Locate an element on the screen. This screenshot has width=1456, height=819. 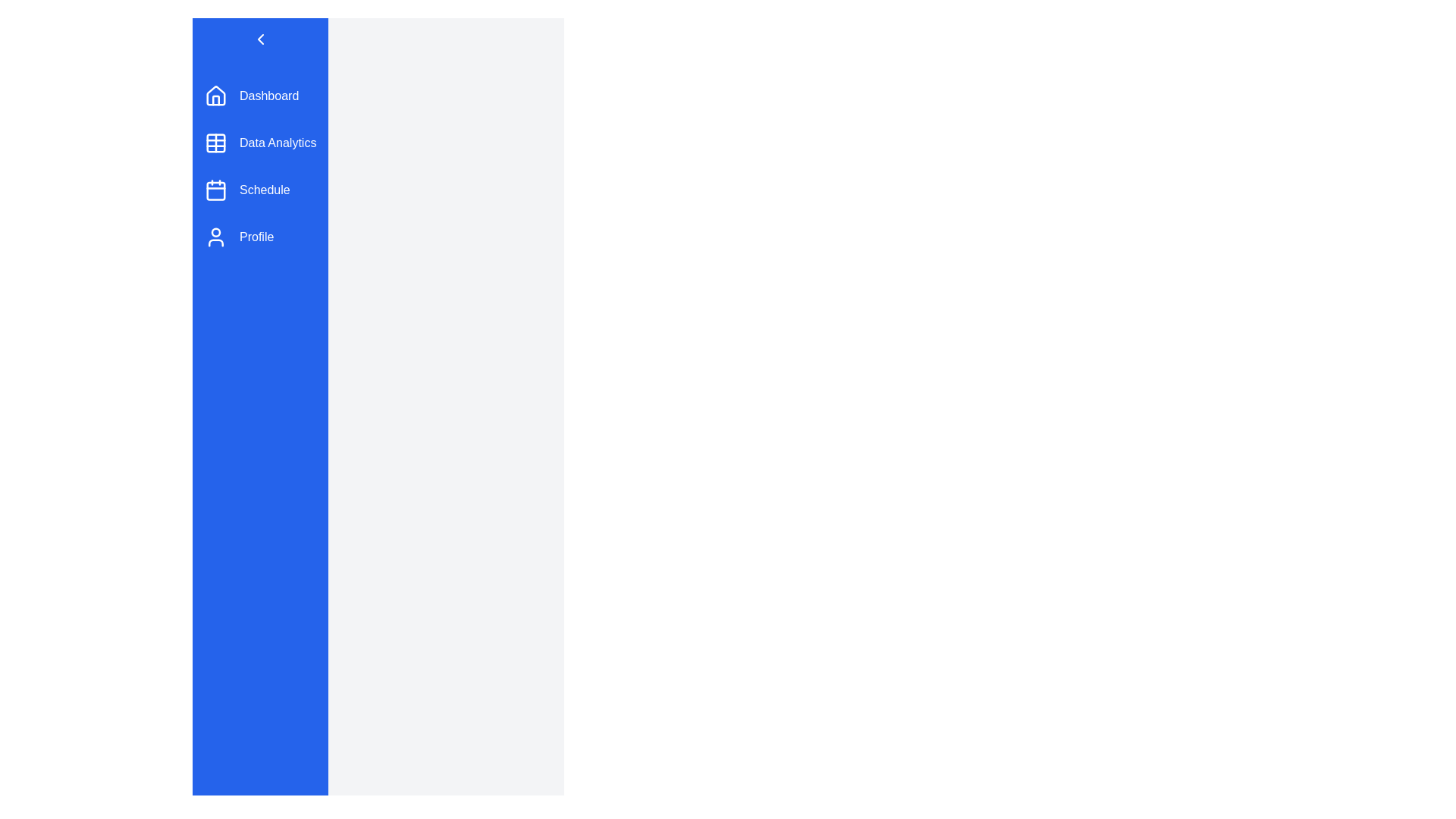
the main content area to focus on it is located at coordinates (988, 427).